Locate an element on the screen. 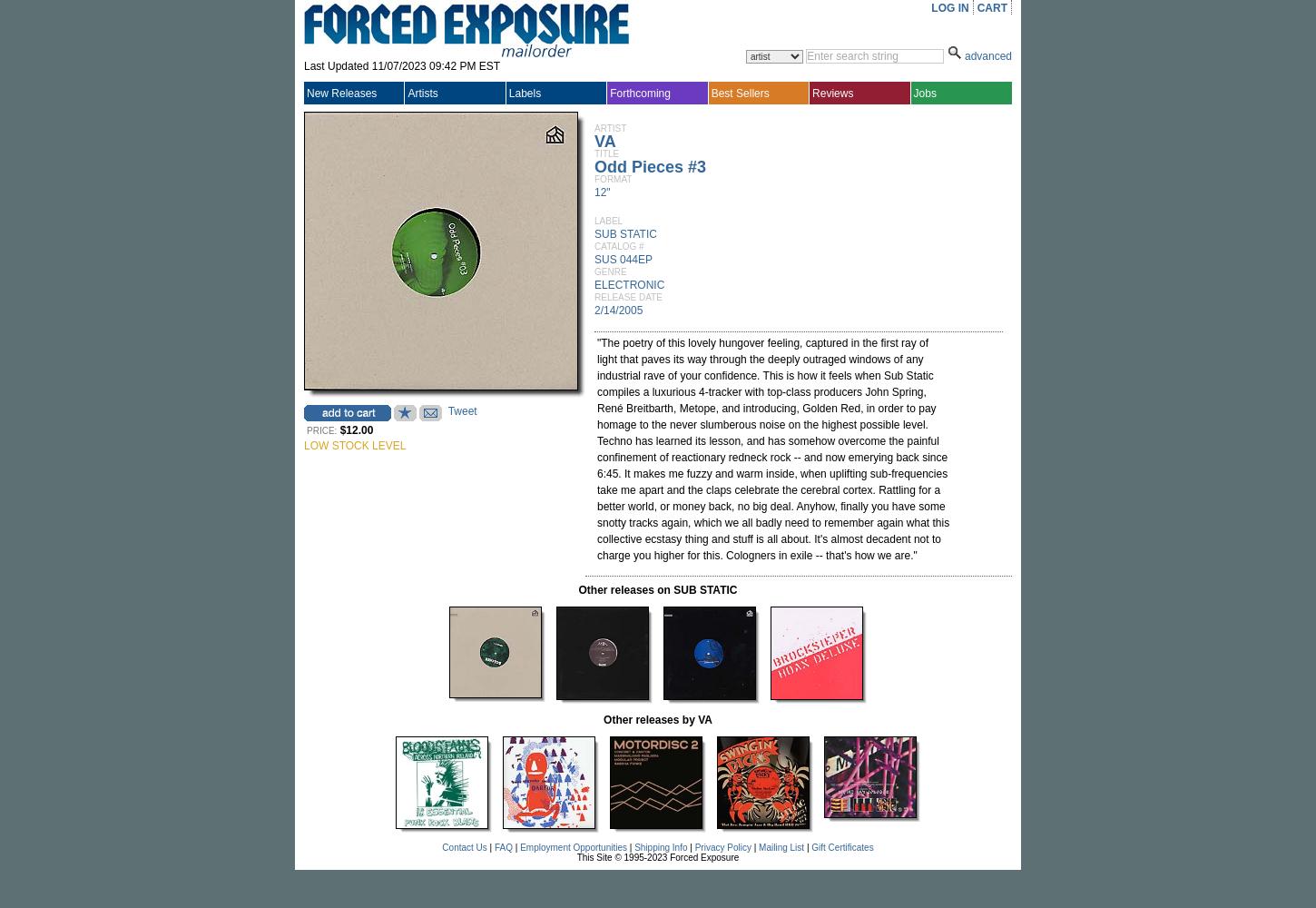 The image size is (1316, 908). 'New Releases' is located at coordinates (340, 92).